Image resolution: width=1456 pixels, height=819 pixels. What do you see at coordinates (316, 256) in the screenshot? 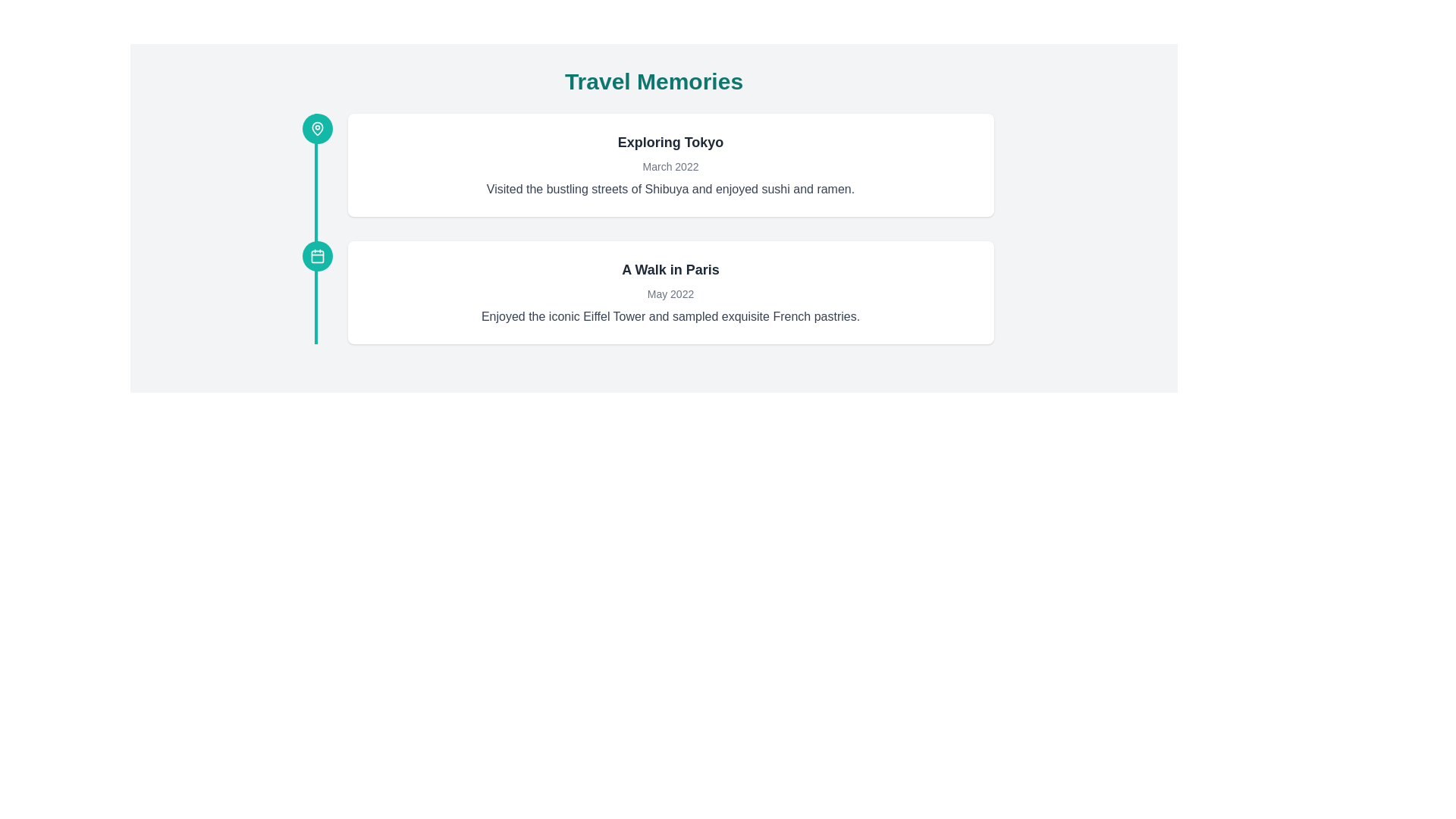
I see `the Calendar icon representing the date for the 'A Walk in Paris' section, located to the left of the timeline` at bounding box center [316, 256].